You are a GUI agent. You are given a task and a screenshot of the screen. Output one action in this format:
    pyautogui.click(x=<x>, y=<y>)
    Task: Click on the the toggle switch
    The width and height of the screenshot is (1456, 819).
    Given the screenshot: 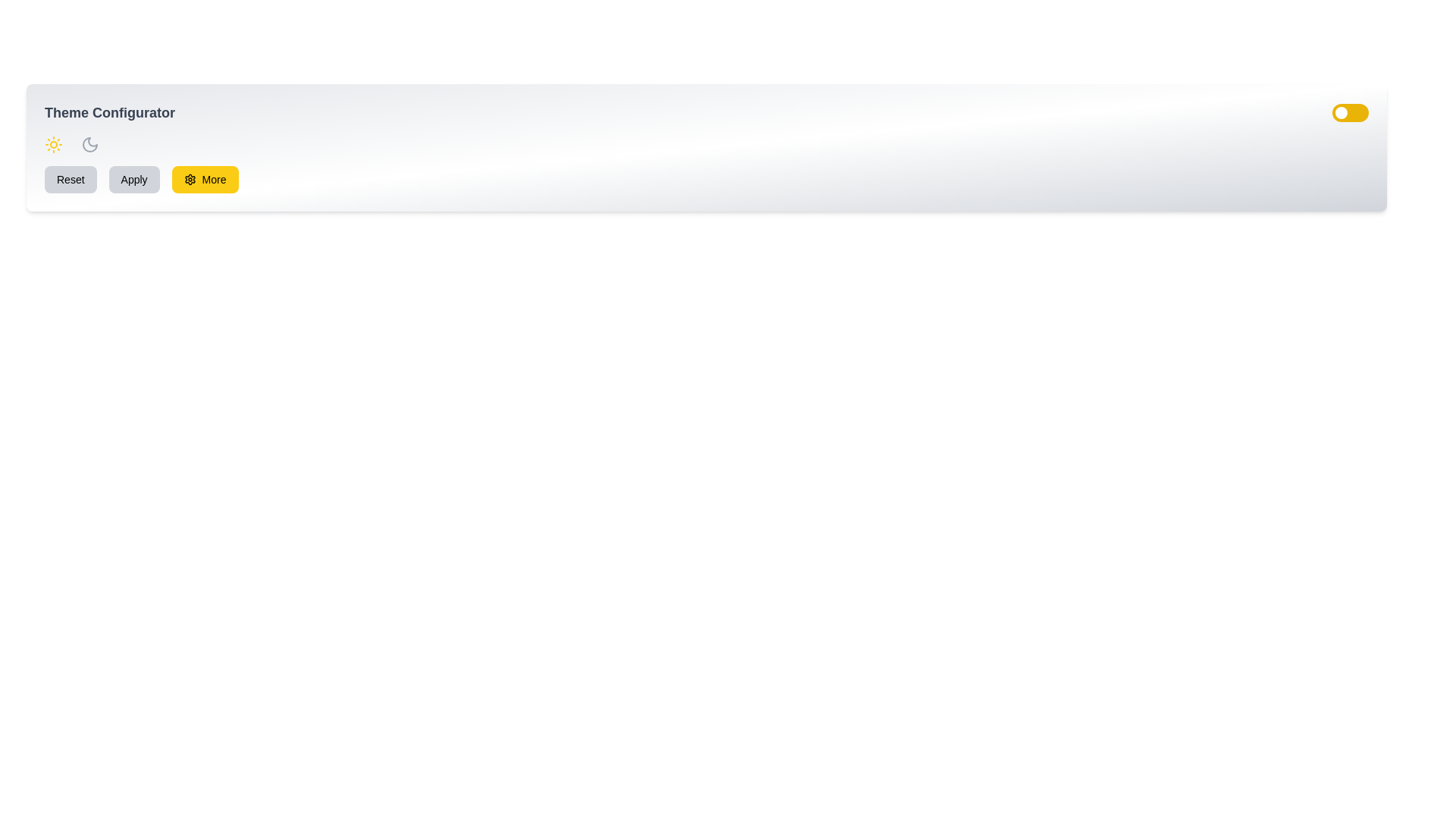 What is the action you would take?
    pyautogui.click(x=1344, y=112)
    